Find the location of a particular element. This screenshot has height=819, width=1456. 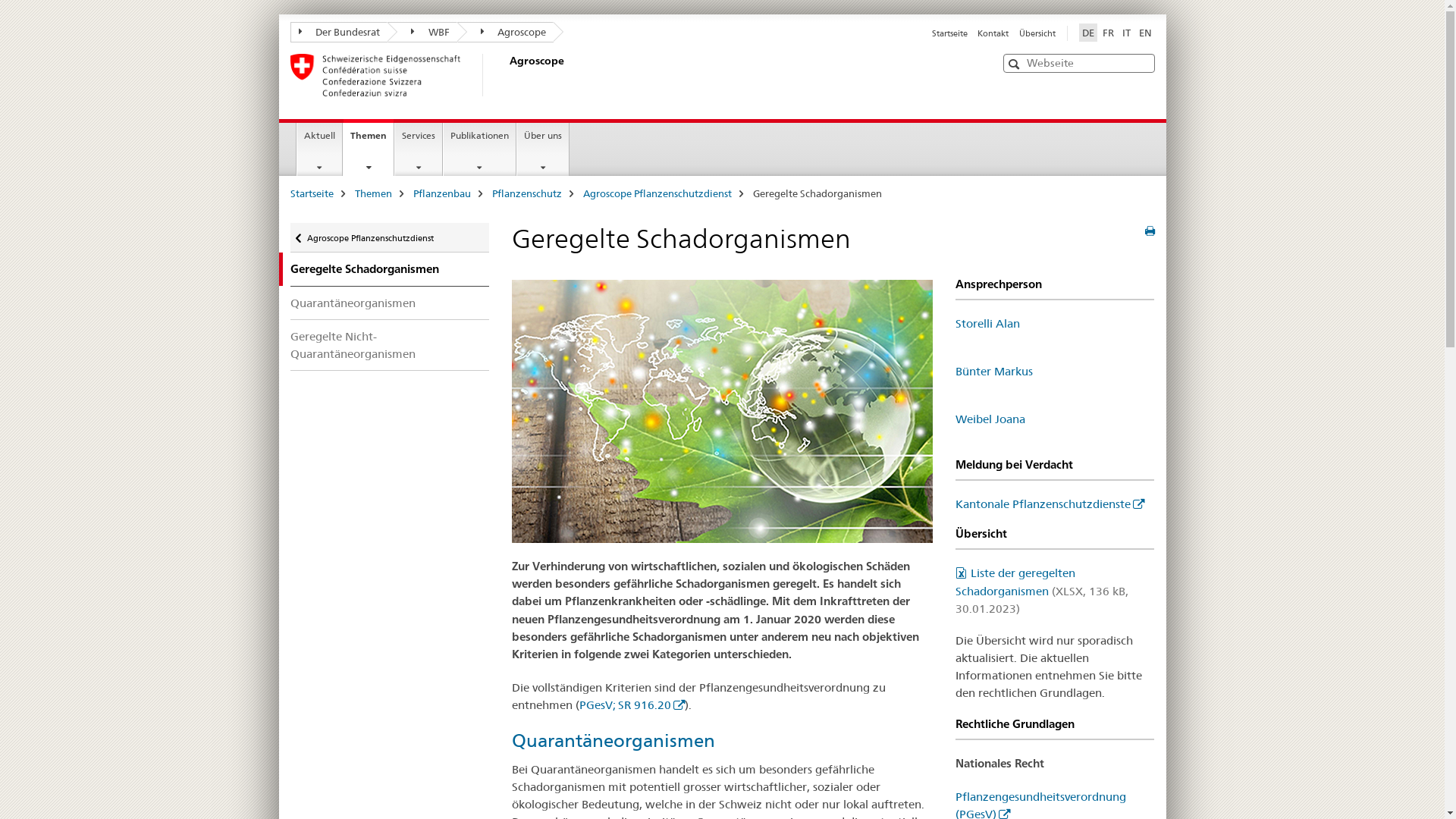

'Themen is located at coordinates (368, 147).